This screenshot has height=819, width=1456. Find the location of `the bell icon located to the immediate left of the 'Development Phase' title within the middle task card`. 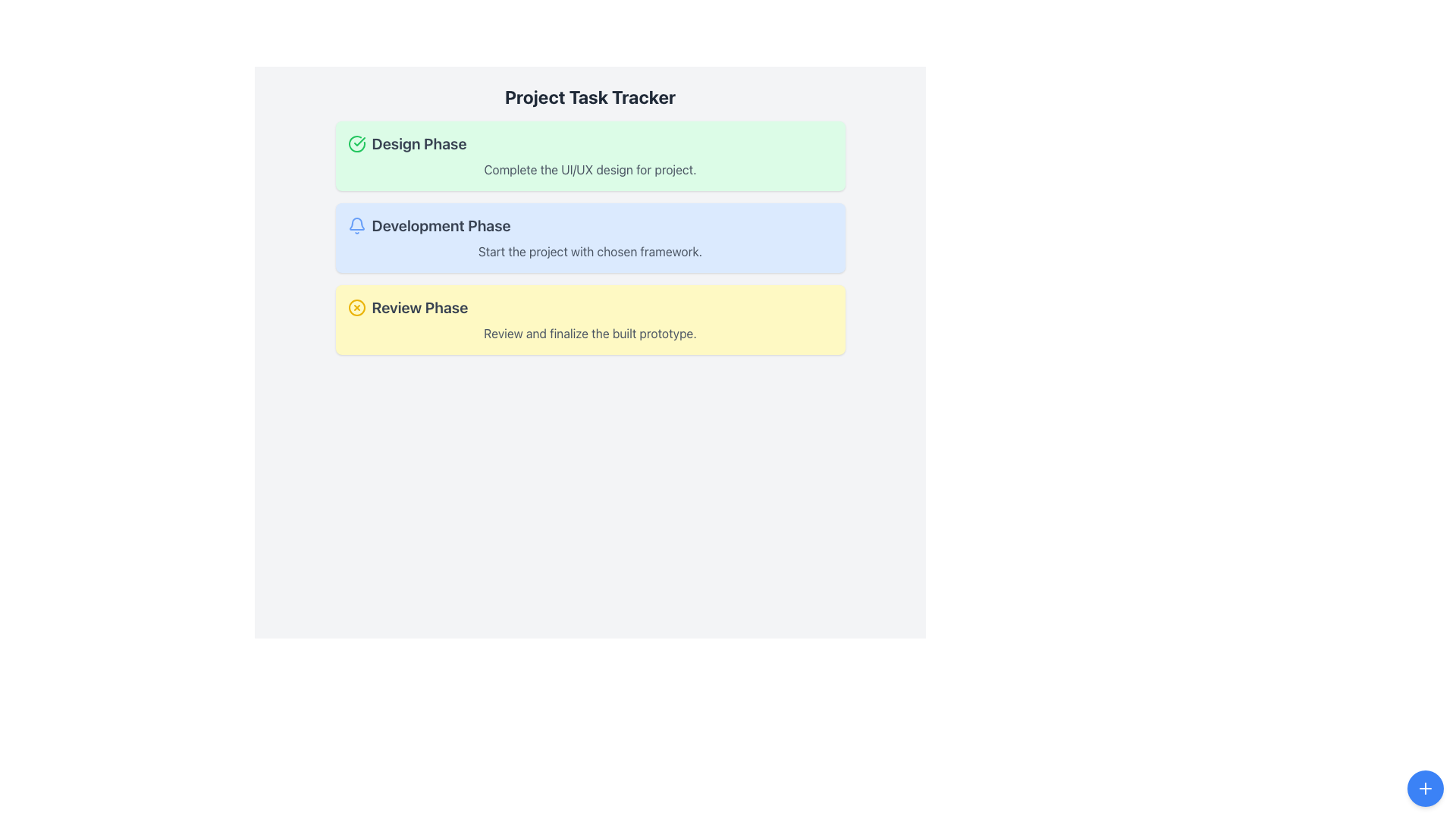

the bell icon located to the immediate left of the 'Development Phase' title within the middle task card is located at coordinates (356, 225).